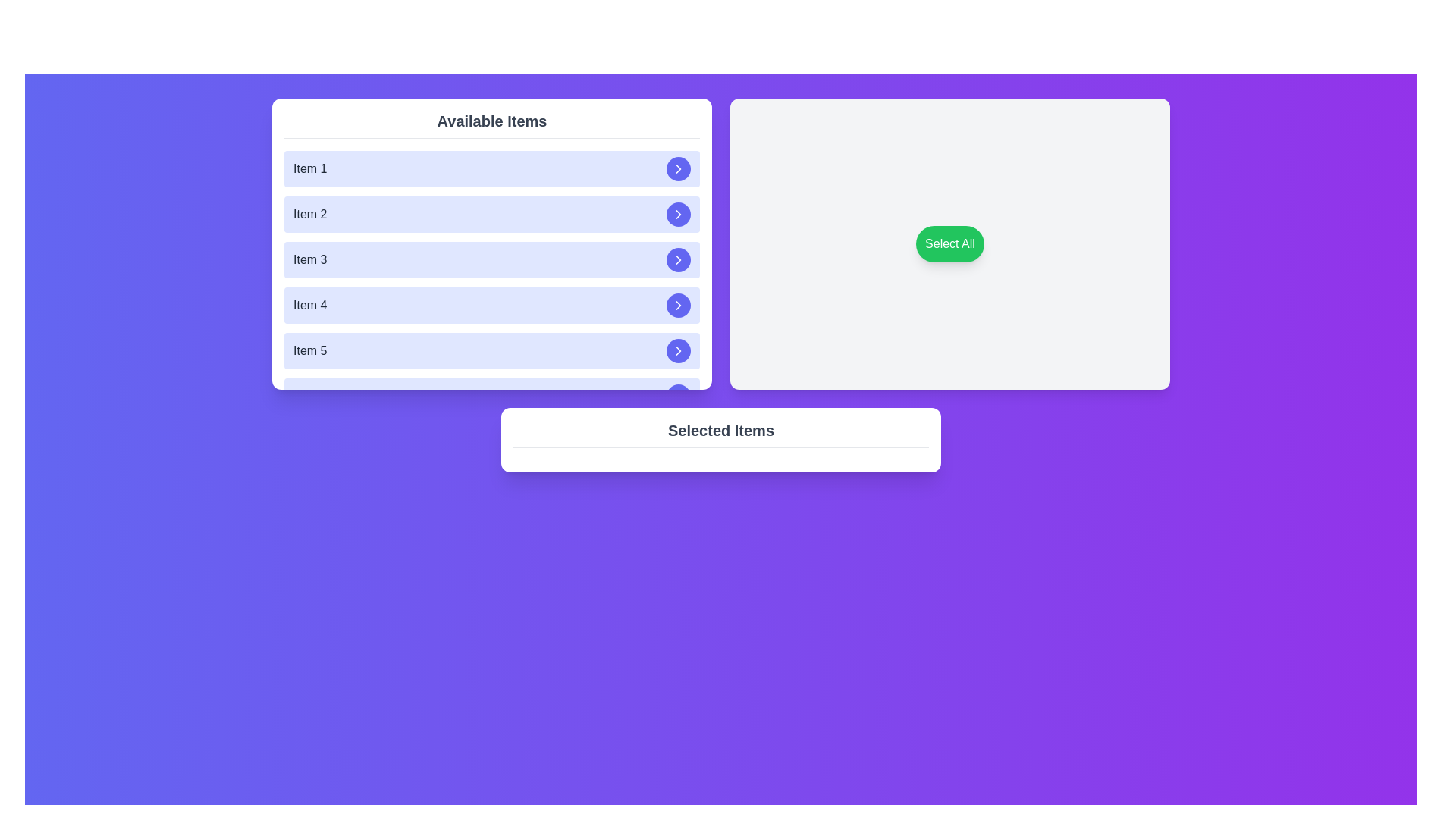  What do you see at coordinates (677, 396) in the screenshot?
I see `the circular indigo button with a right-facing chevron icon located at the far-right end of the 'Item 6' row` at bounding box center [677, 396].